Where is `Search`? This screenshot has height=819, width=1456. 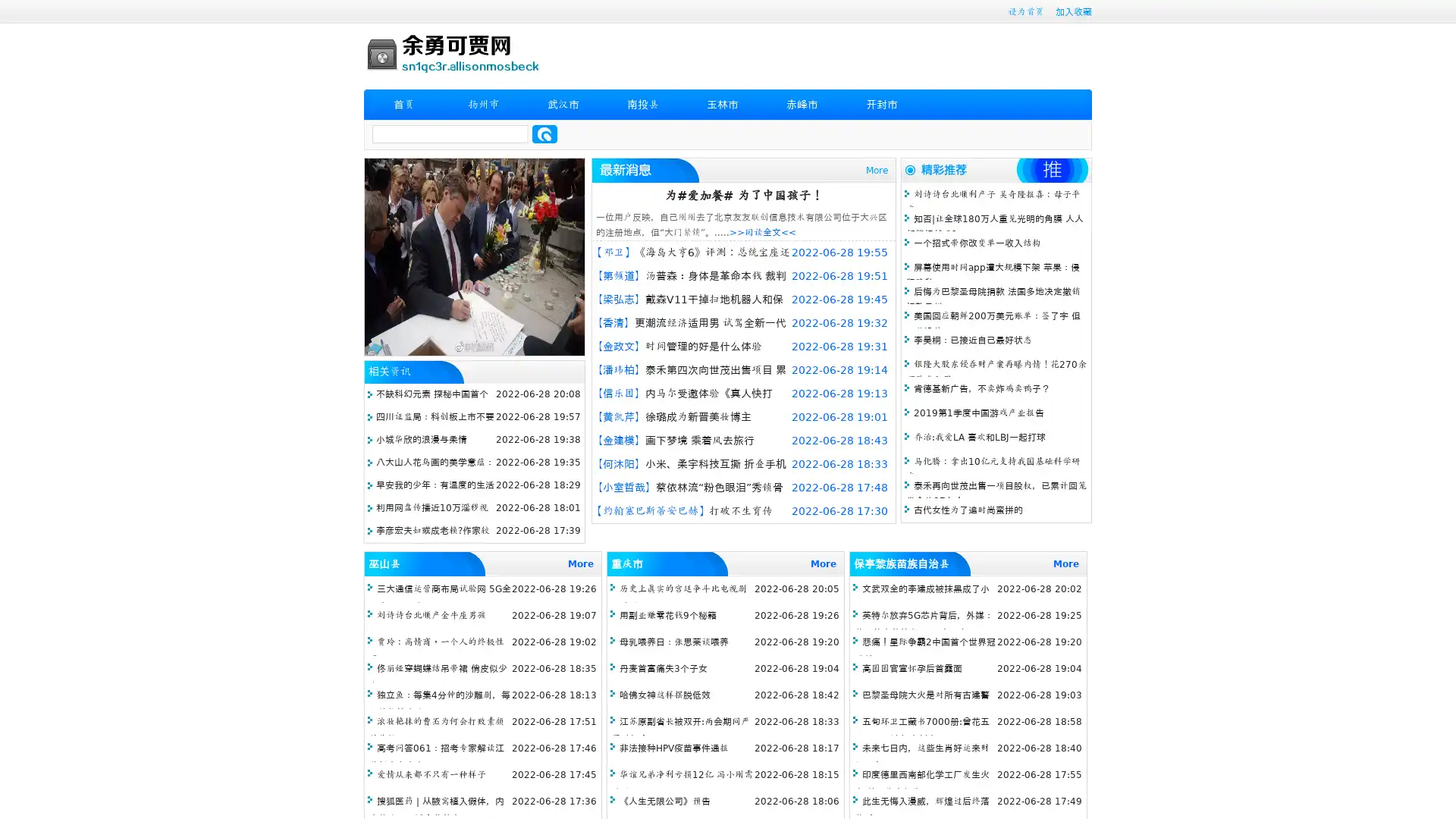
Search is located at coordinates (544, 133).